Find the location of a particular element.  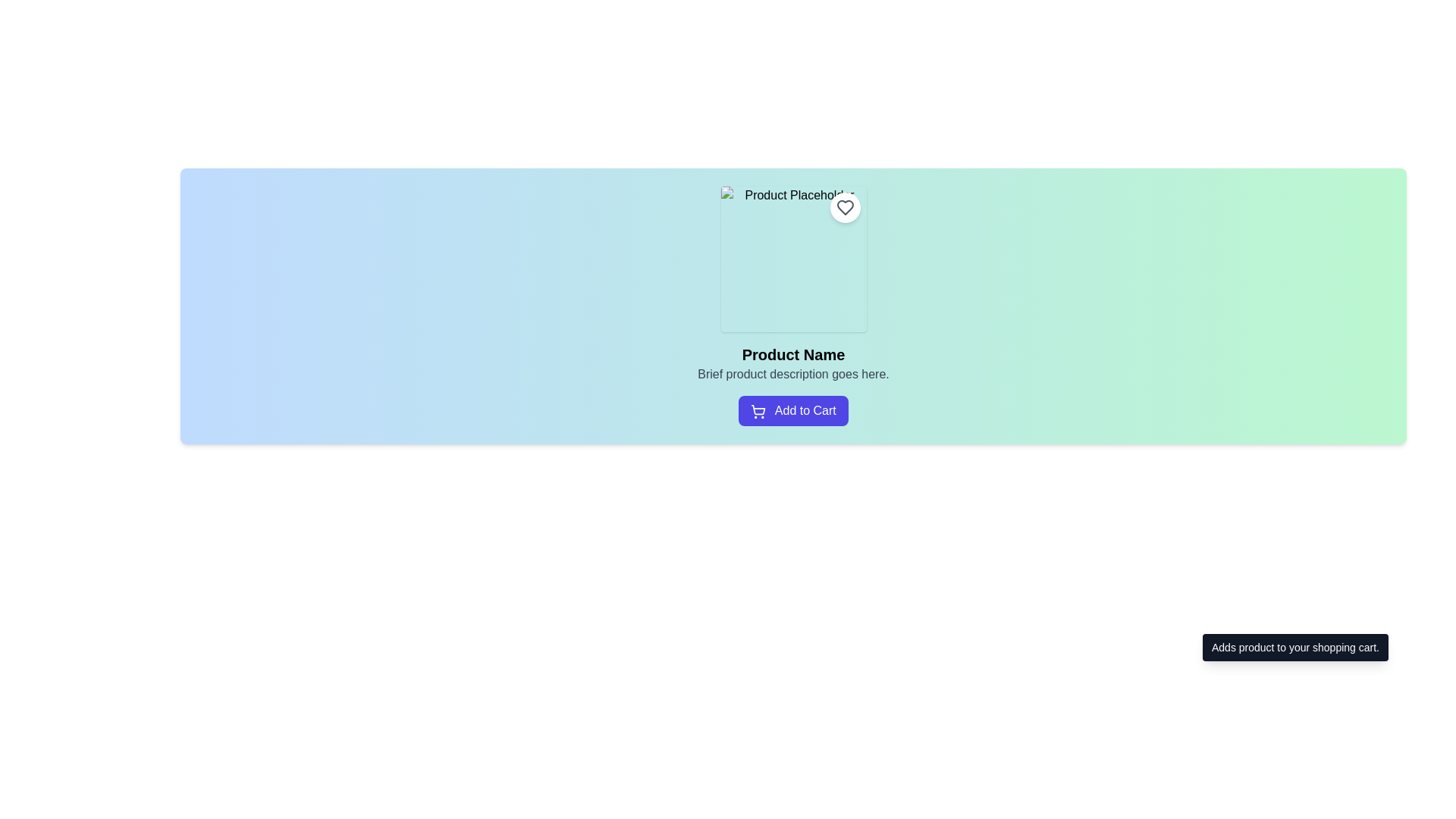

the shopping cart icon located within the 'Add to Cart' button at the bottom of the card layout is located at coordinates (758, 409).